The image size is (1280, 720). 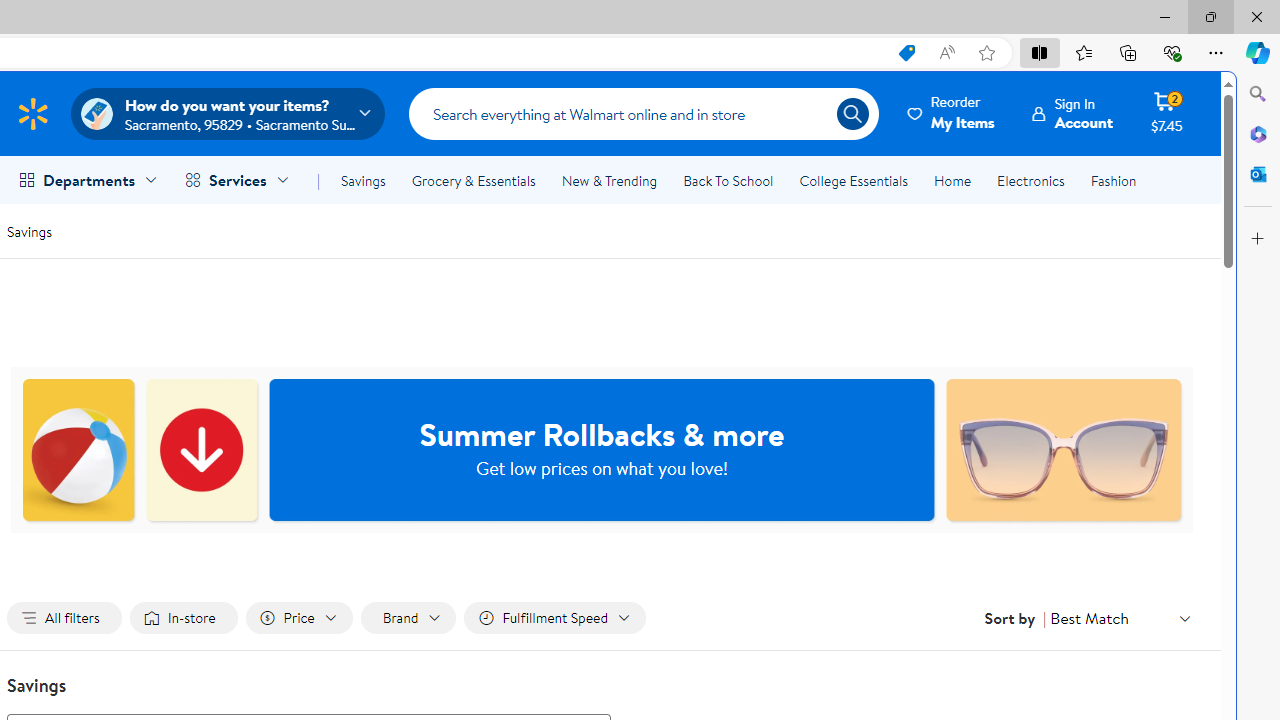 What do you see at coordinates (297, 617) in the screenshot?
I see `'Filter by Price not applied, activate to change'` at bounding box center [297, 617].